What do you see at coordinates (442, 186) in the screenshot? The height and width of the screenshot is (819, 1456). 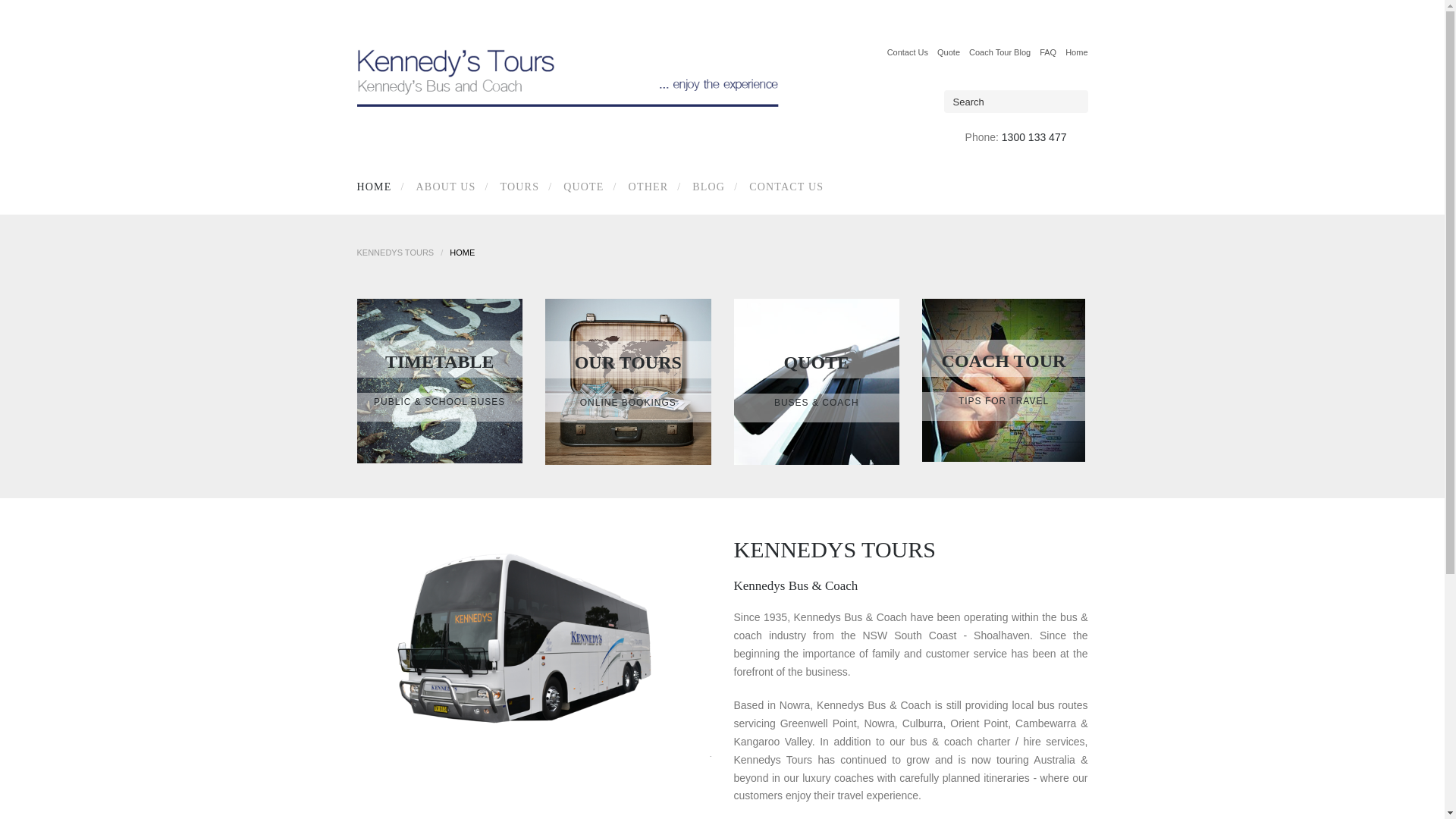 I see `'ABOUT US'` at bounding box center [442, 186].